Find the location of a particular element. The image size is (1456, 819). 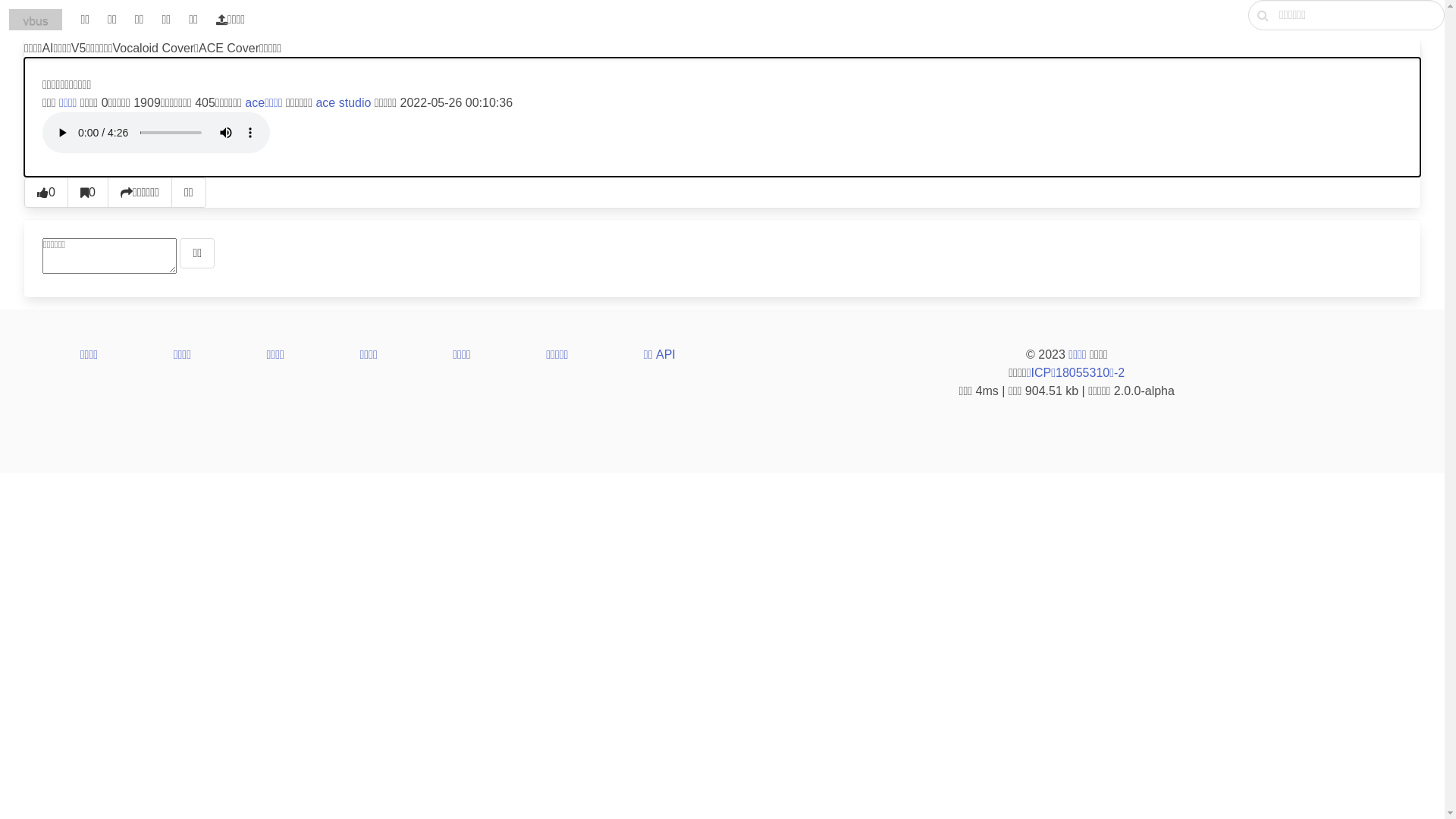

'studio' is located at coordinates (354, 102).